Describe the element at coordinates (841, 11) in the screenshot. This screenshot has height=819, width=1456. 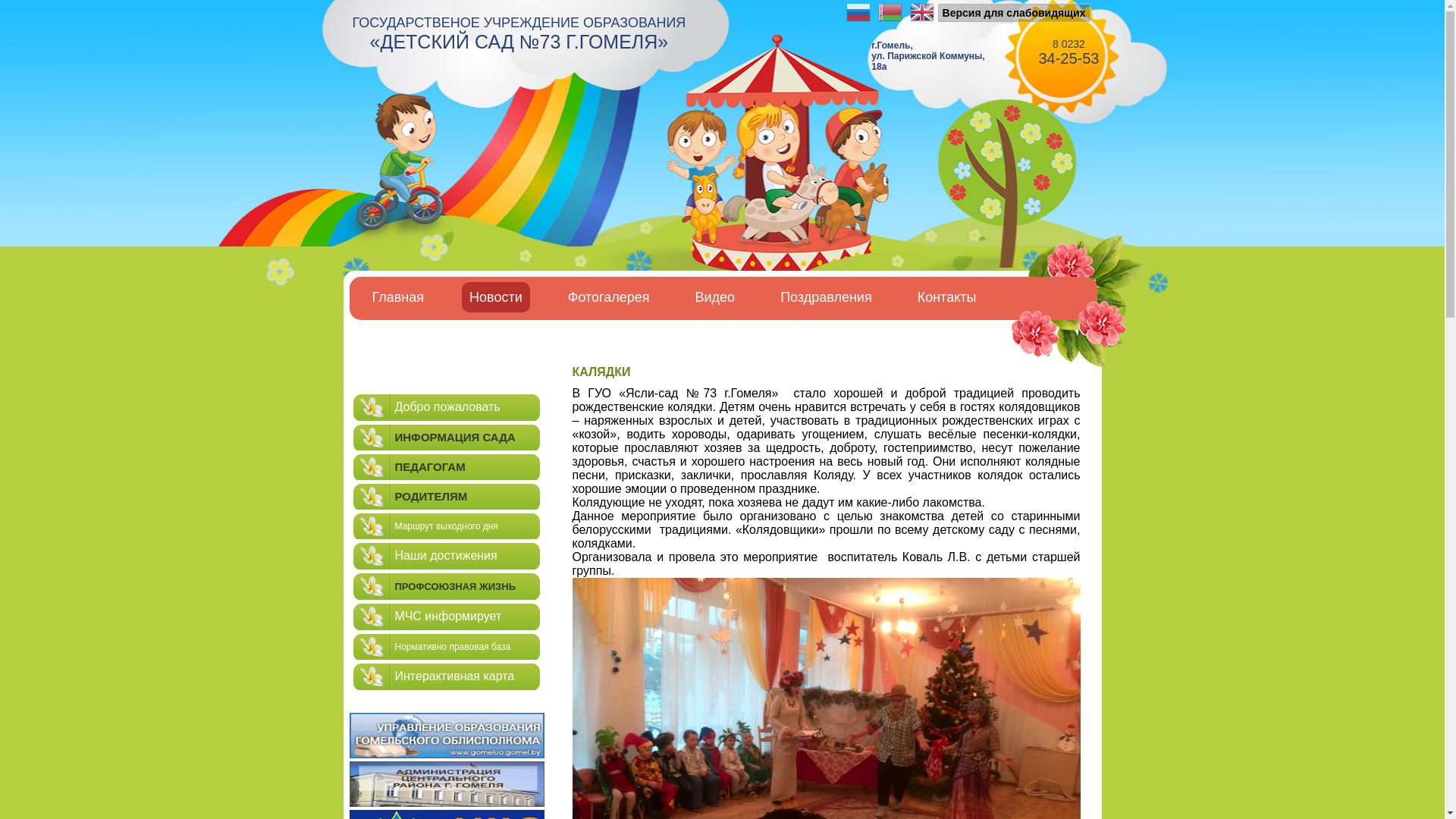
I see `'Russian'` at that location.